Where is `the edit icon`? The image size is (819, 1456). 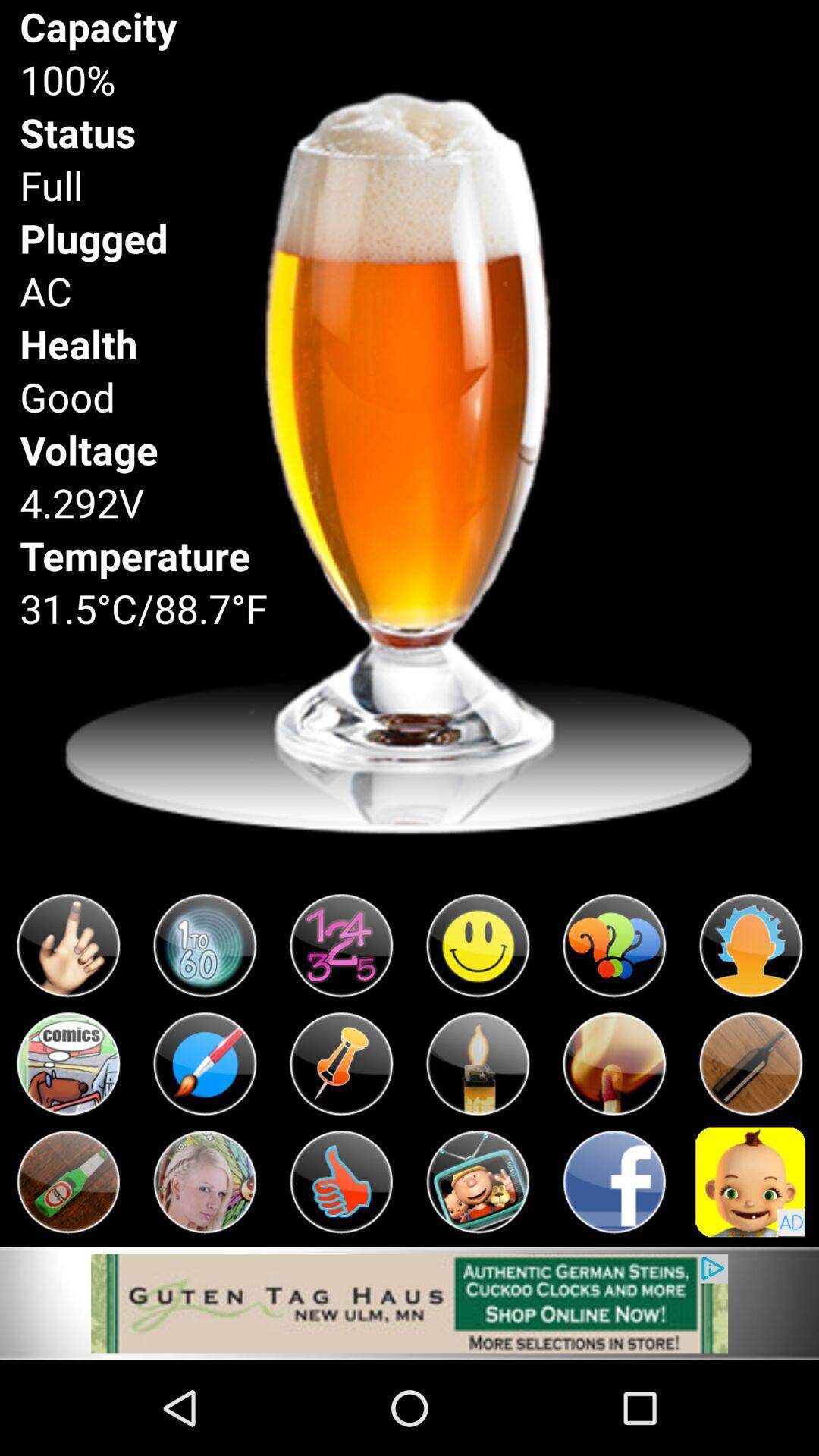 the edit icon is located at coordinates (205, 1138).